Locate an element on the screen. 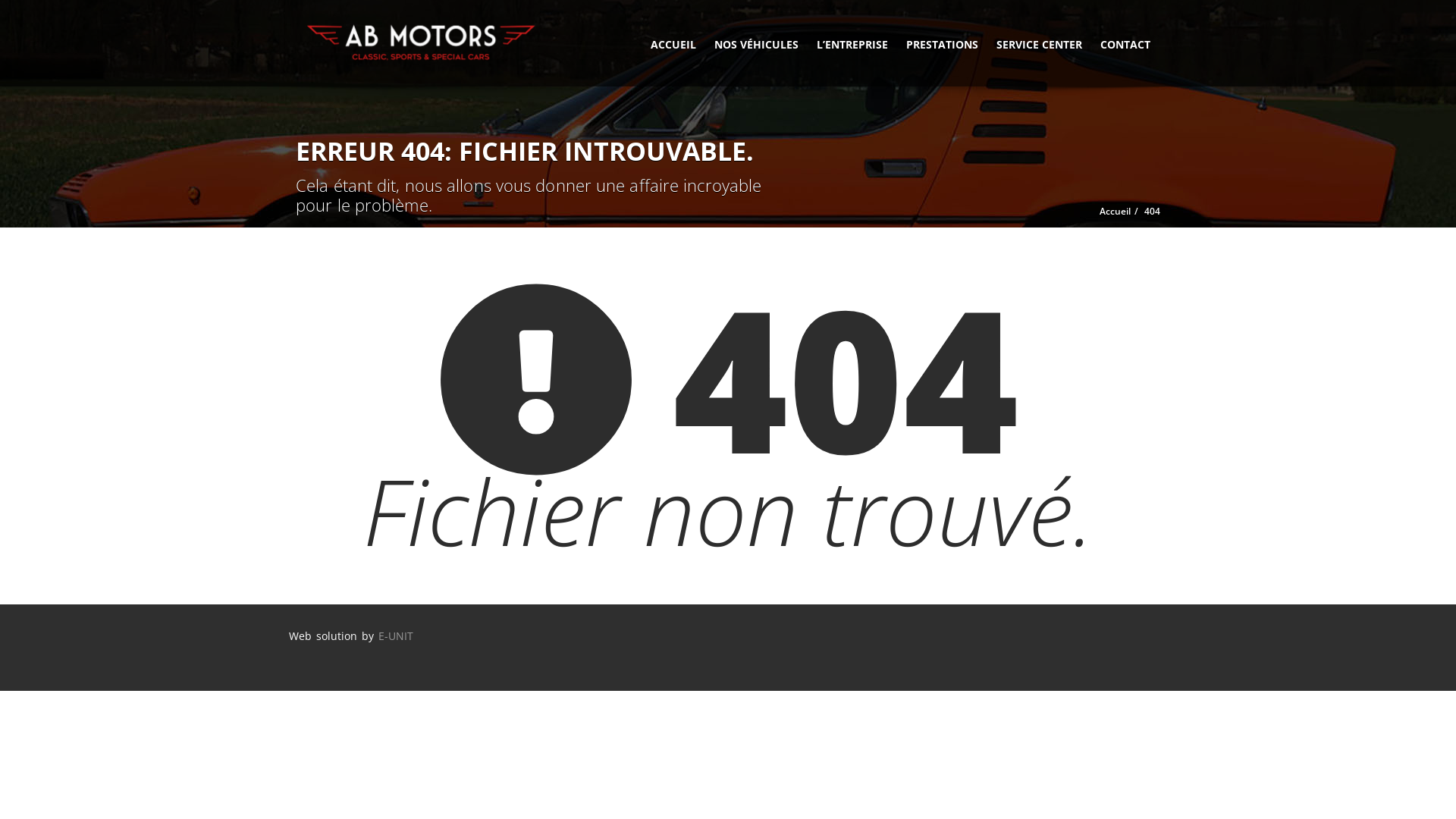 This screenshot has width=1456, height=819. 'E-UNIT' is located at coordinates (378, 635).